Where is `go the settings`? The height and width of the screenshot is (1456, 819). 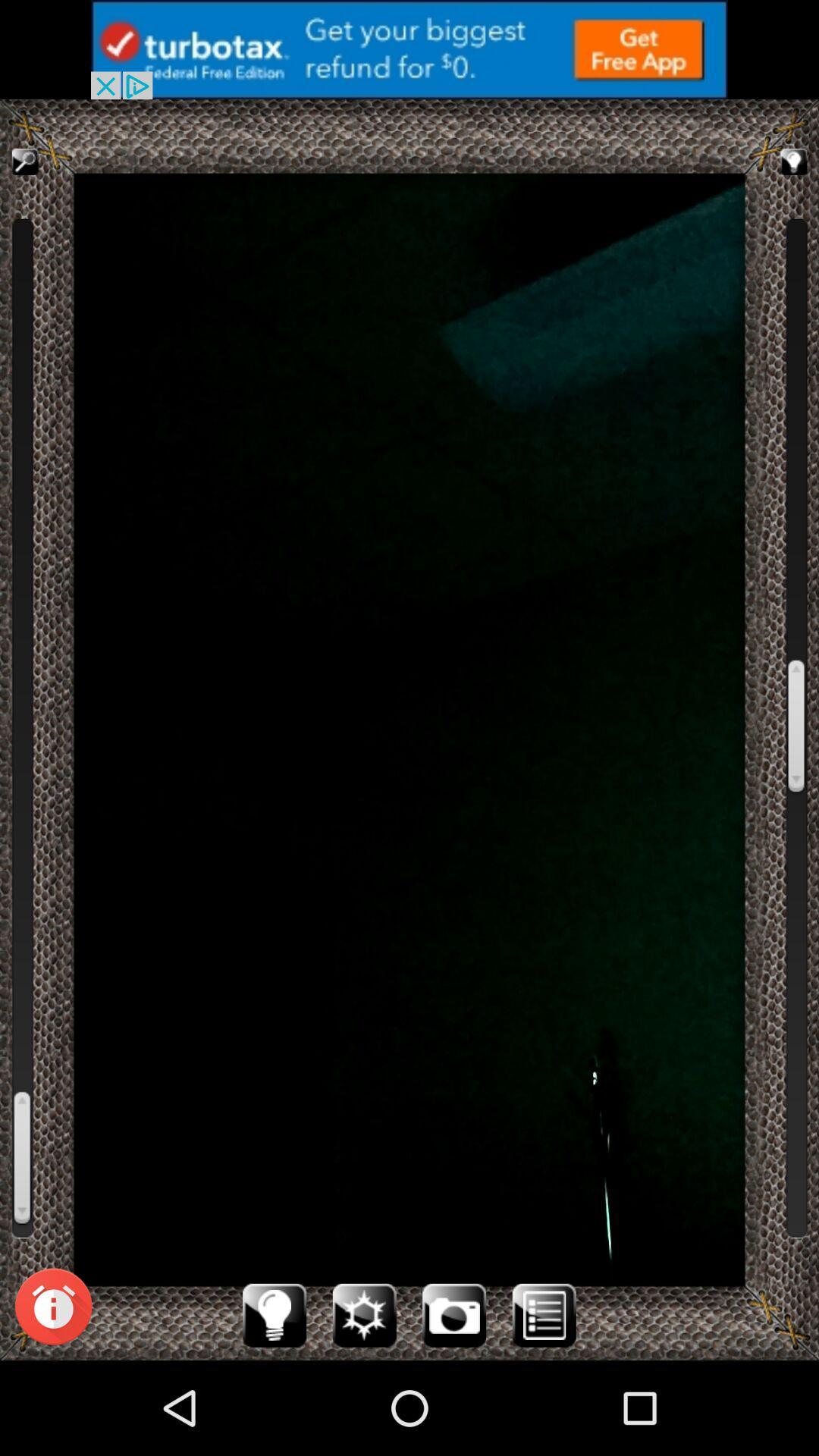
go the settings is located at coordinates (364, 1314).